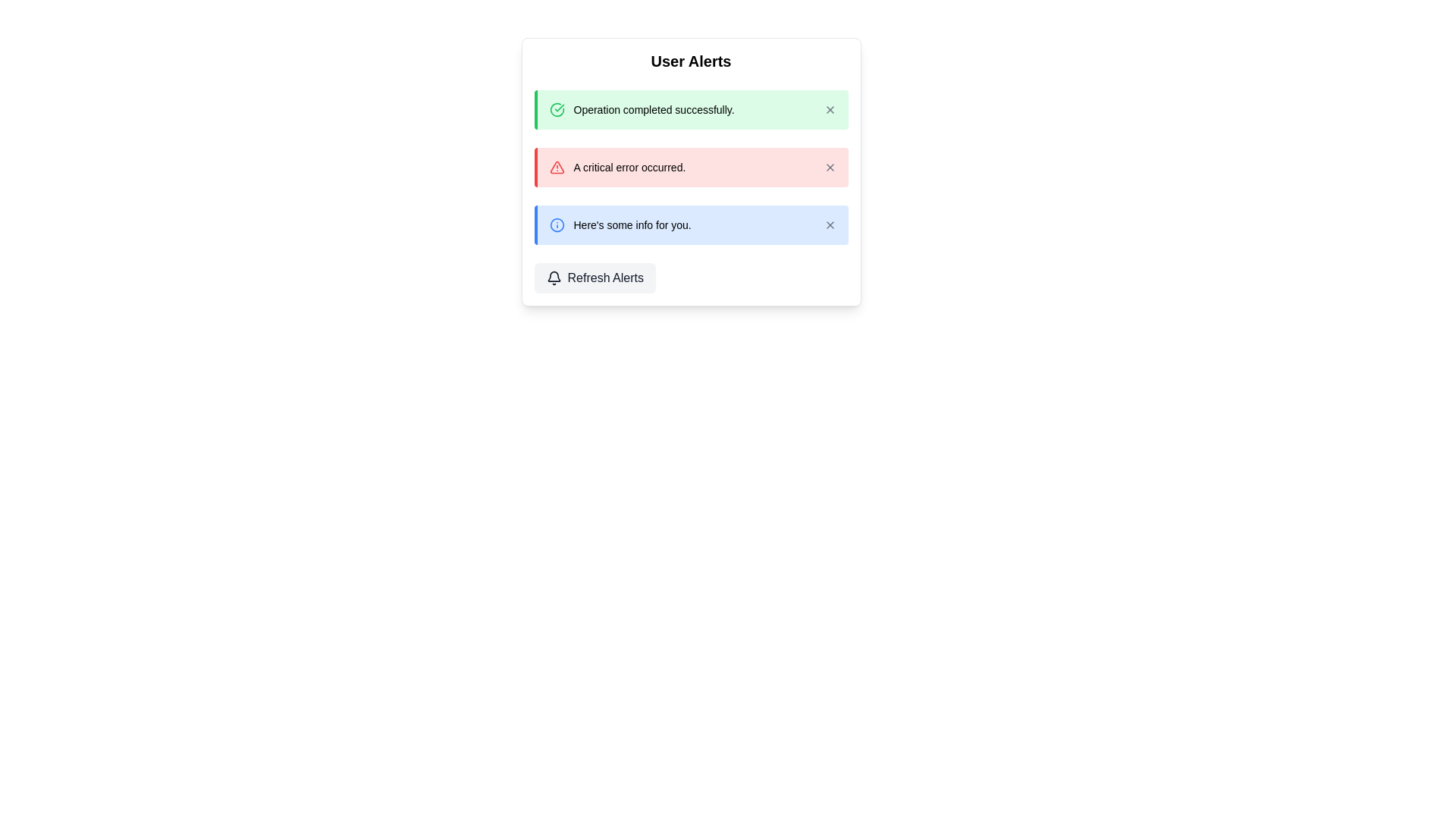  I want to click on the green circular icon with a checkmark in the center, located to the left of the text 'Operation completed successfully.' in the top notification row of the alert panel for visual feedback, so click(556, 109).